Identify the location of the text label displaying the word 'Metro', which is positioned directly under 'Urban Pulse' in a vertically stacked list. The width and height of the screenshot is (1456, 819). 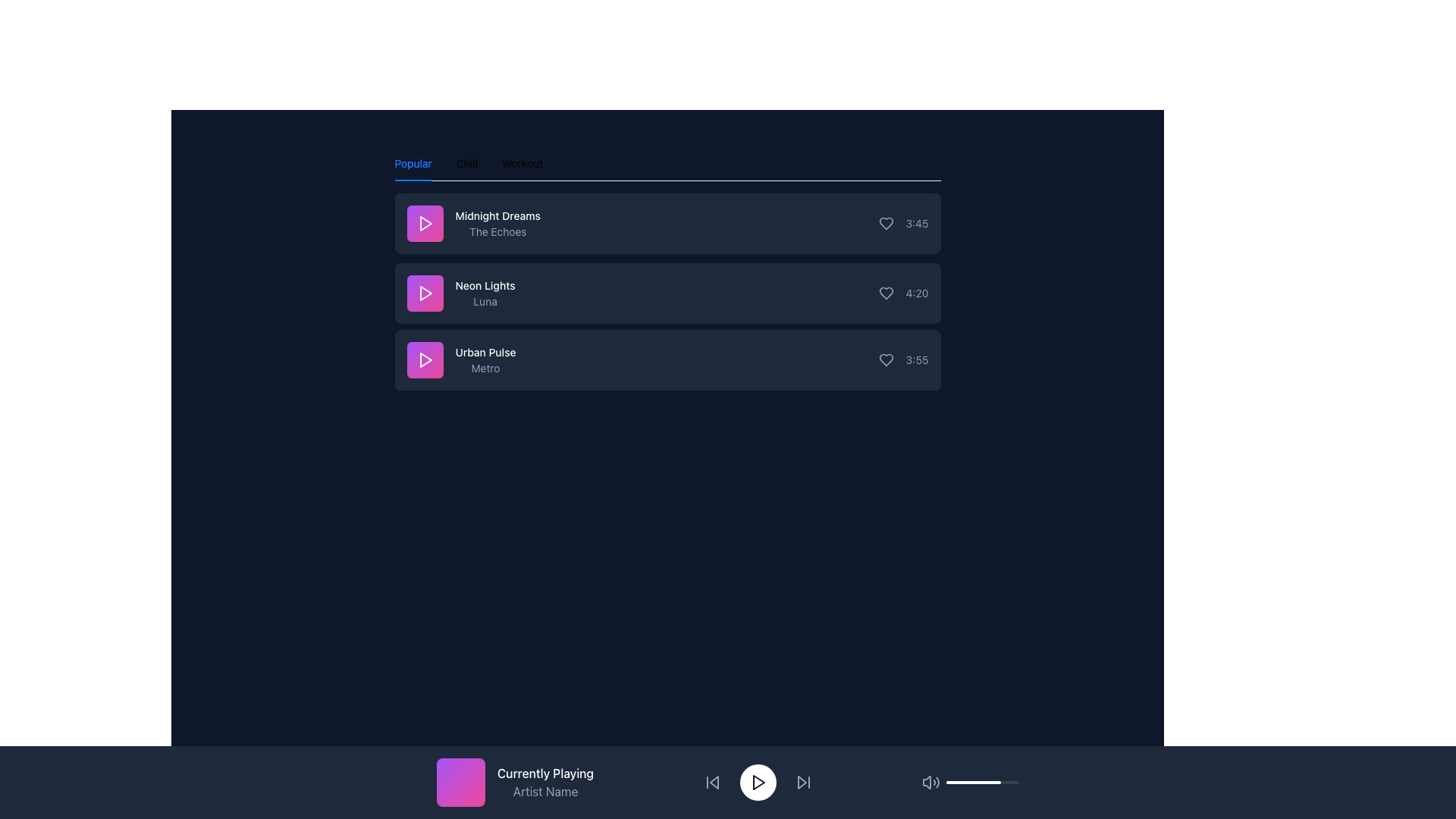
(485, 369).